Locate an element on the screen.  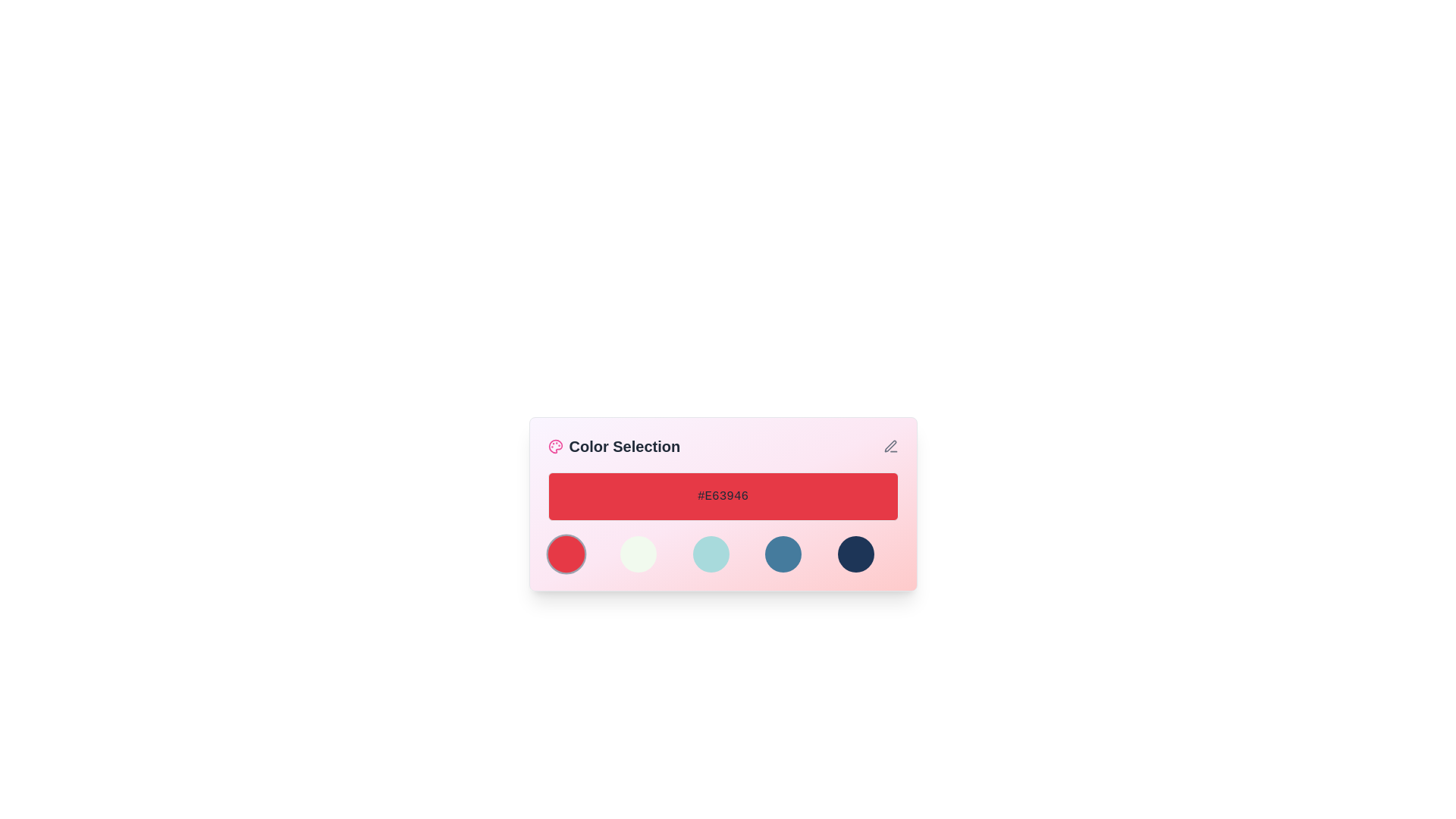
the third circular button with a light turquoise background in the Color Selection section is located at coordinates (710, 554).